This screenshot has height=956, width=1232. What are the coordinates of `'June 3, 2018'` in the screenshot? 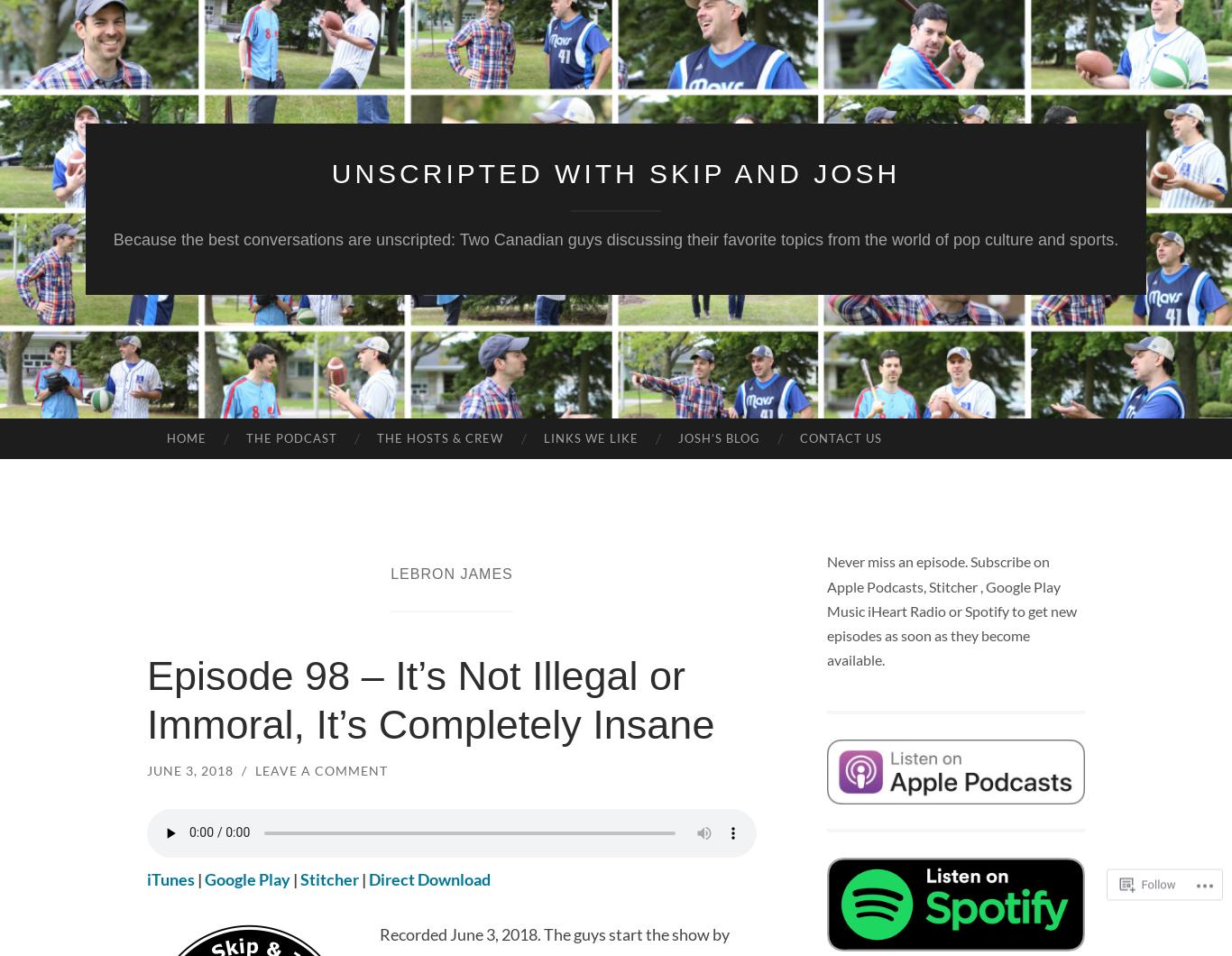 It's located at (189, 769).